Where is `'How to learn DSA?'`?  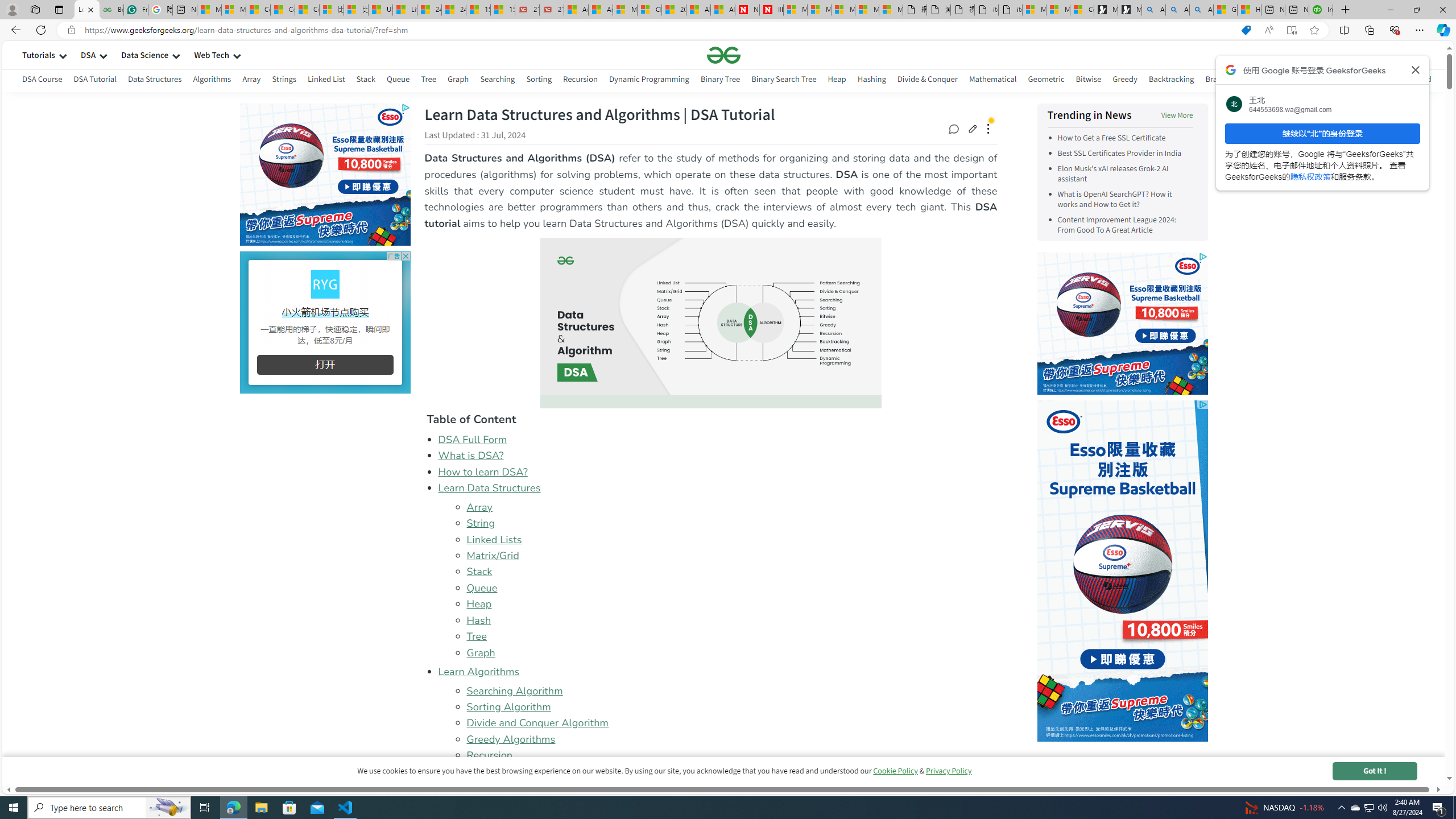
'How to learn DSA?' is located at coordinates (482, 471).